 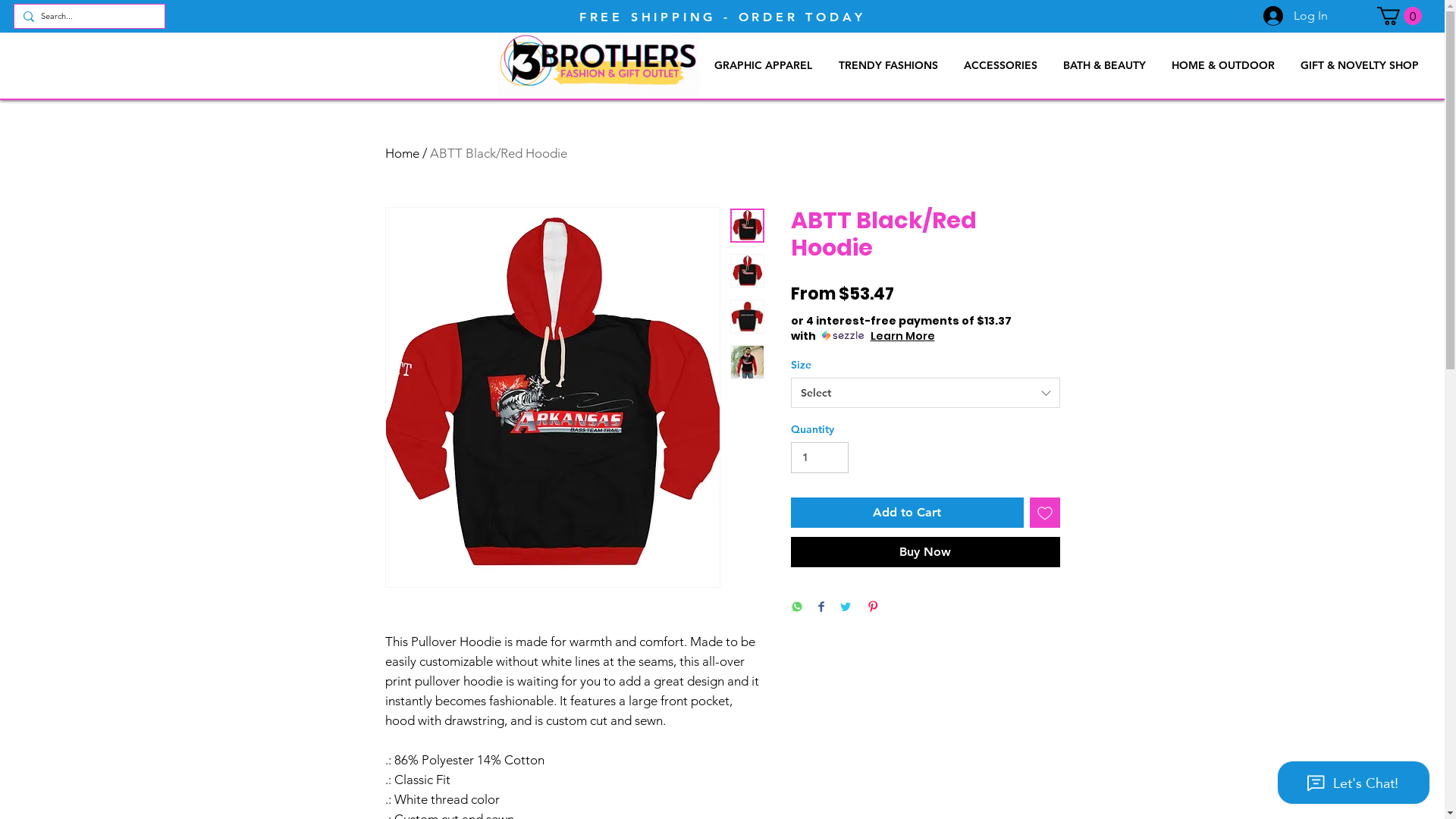 What do you see at coordinates (1398, 15) in the screenshot?
I see `'0'` at bounding box center [1398, 15].